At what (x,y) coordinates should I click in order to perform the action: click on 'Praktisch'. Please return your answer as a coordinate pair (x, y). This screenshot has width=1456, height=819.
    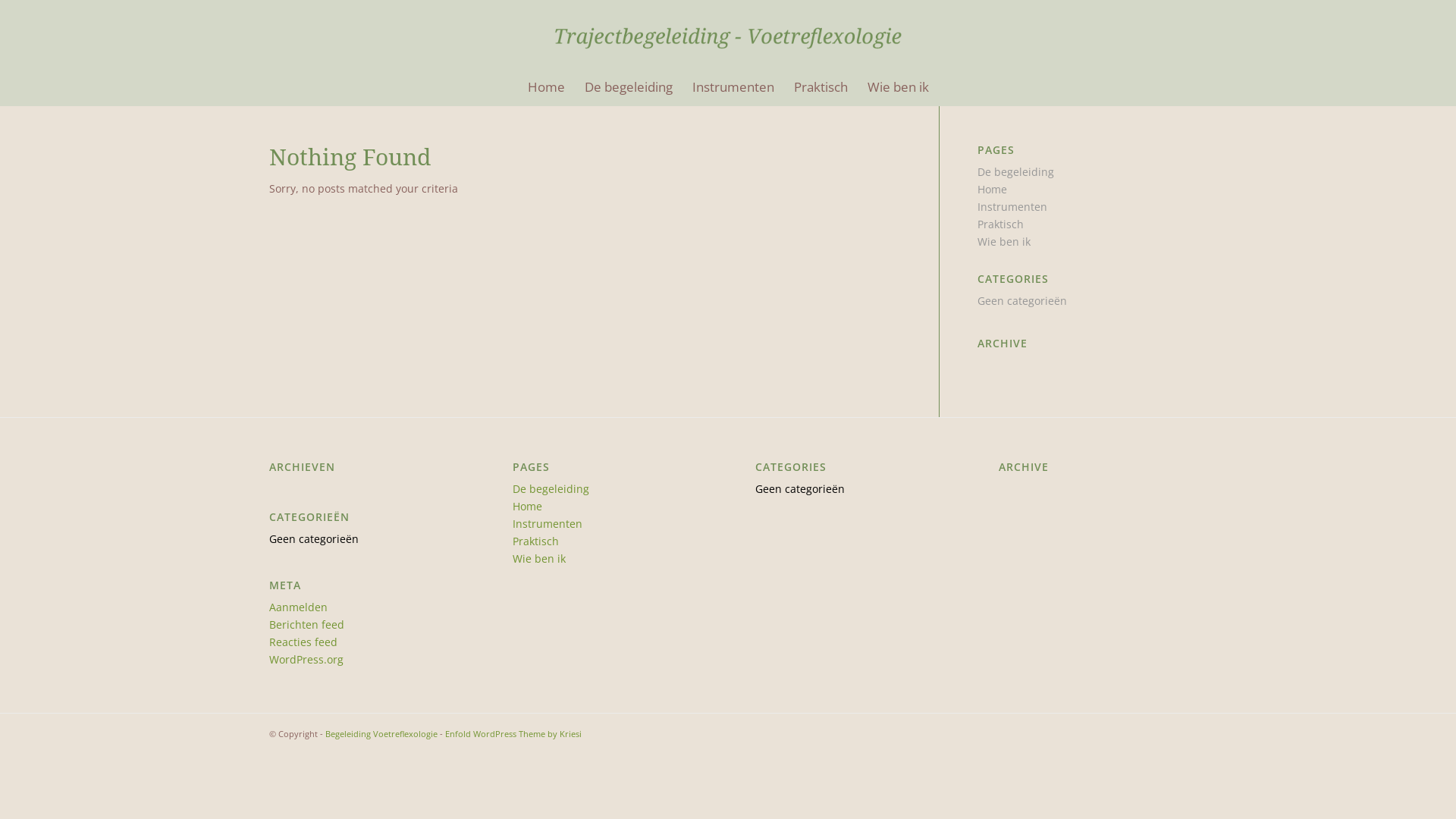
    Looking at the image, I should click on (1000, 224).